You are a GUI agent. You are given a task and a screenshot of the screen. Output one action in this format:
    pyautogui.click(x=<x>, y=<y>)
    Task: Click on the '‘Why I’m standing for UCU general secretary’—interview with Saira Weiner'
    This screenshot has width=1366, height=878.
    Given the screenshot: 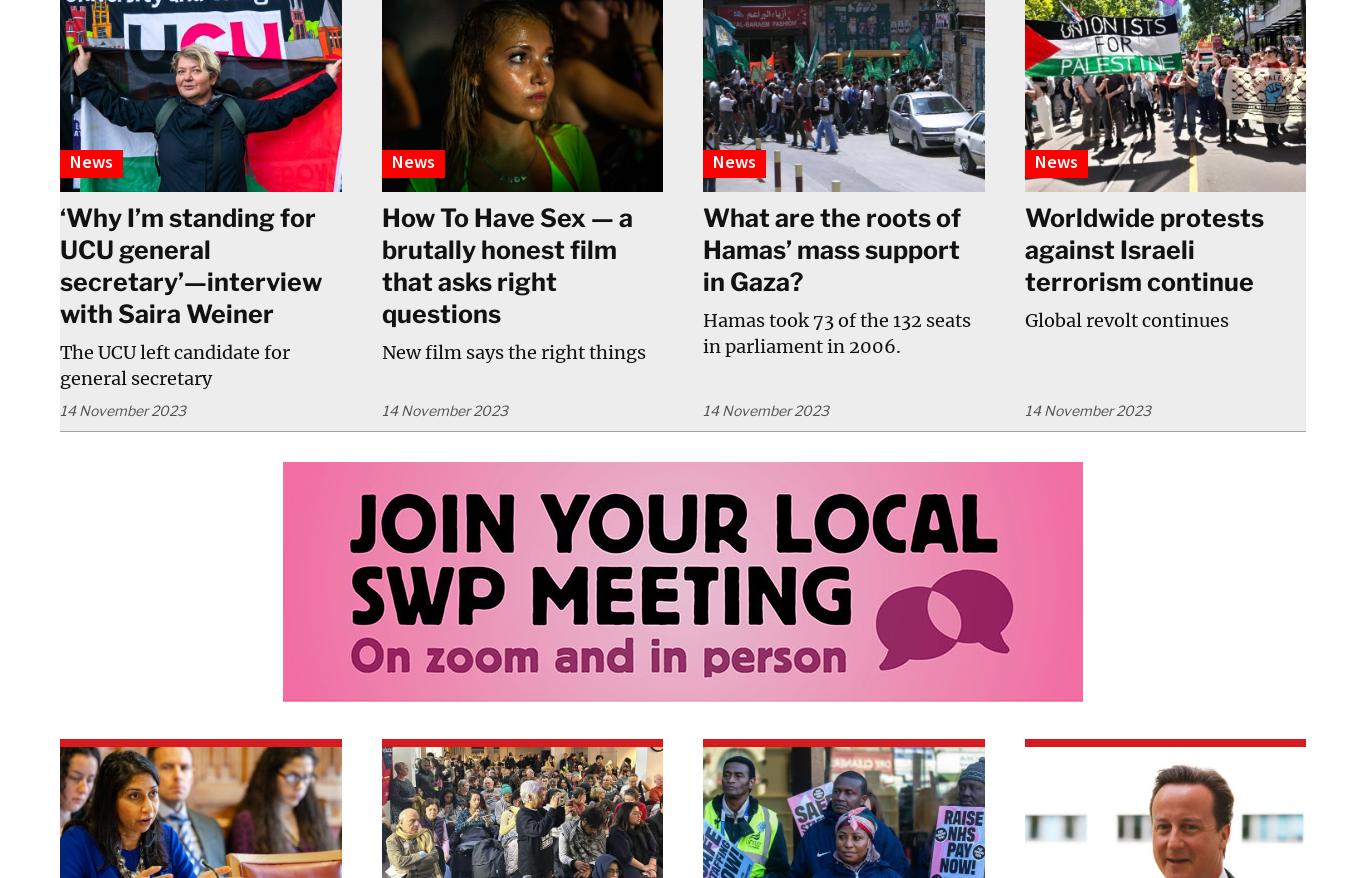 What is the action you would take?
    pyautogui.click(x=189, y=265)
    